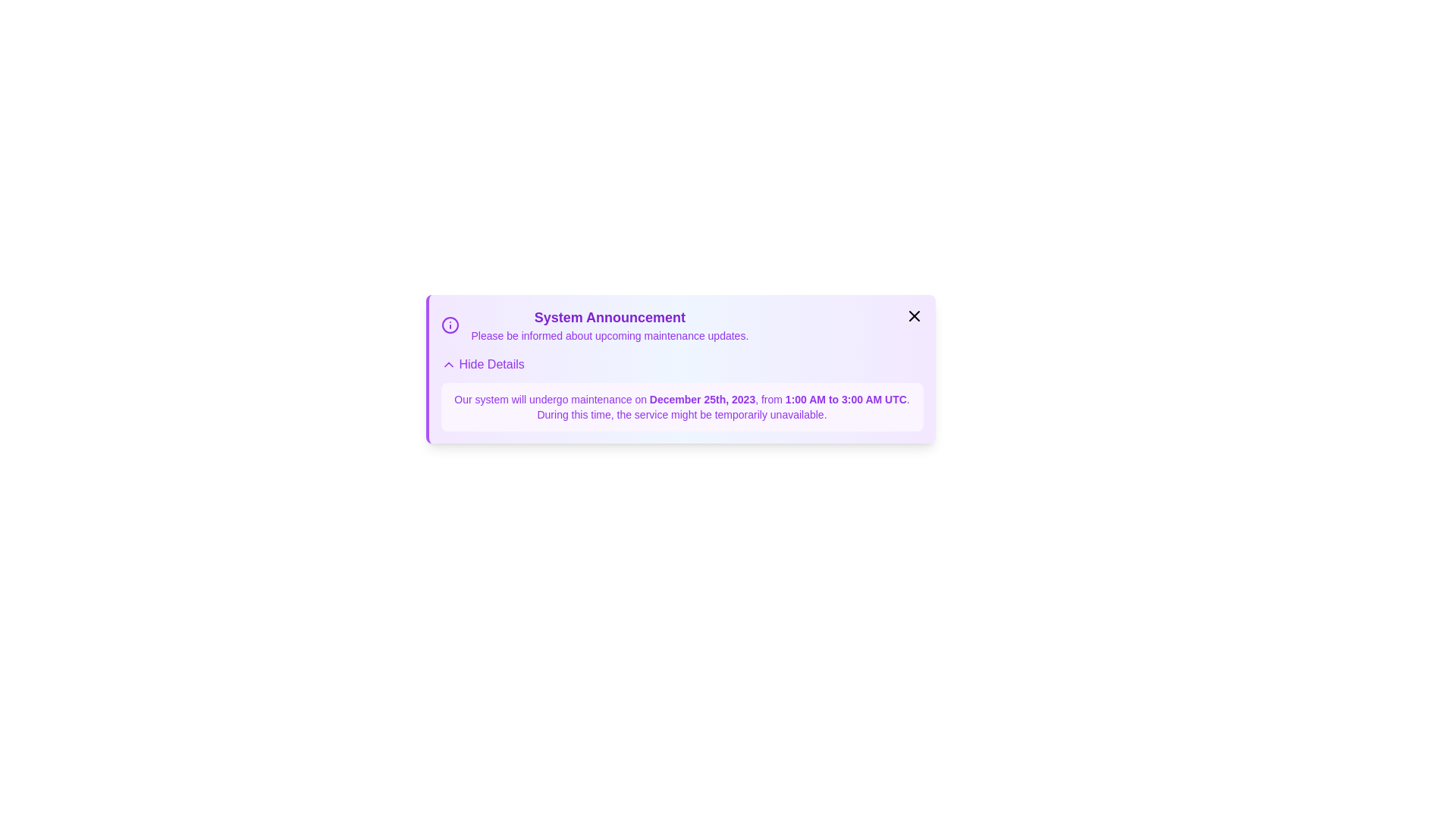 This screenshot has height=819, width=1456. What do you see at coordinates (610, 335) in the screenshot?
I see `the text label styled in small-sized purple font that conveys the message 'Please be informed about upcoming maintenance updates.', located directly beneath 'System Announcement'` at bounding box center [610, 335].